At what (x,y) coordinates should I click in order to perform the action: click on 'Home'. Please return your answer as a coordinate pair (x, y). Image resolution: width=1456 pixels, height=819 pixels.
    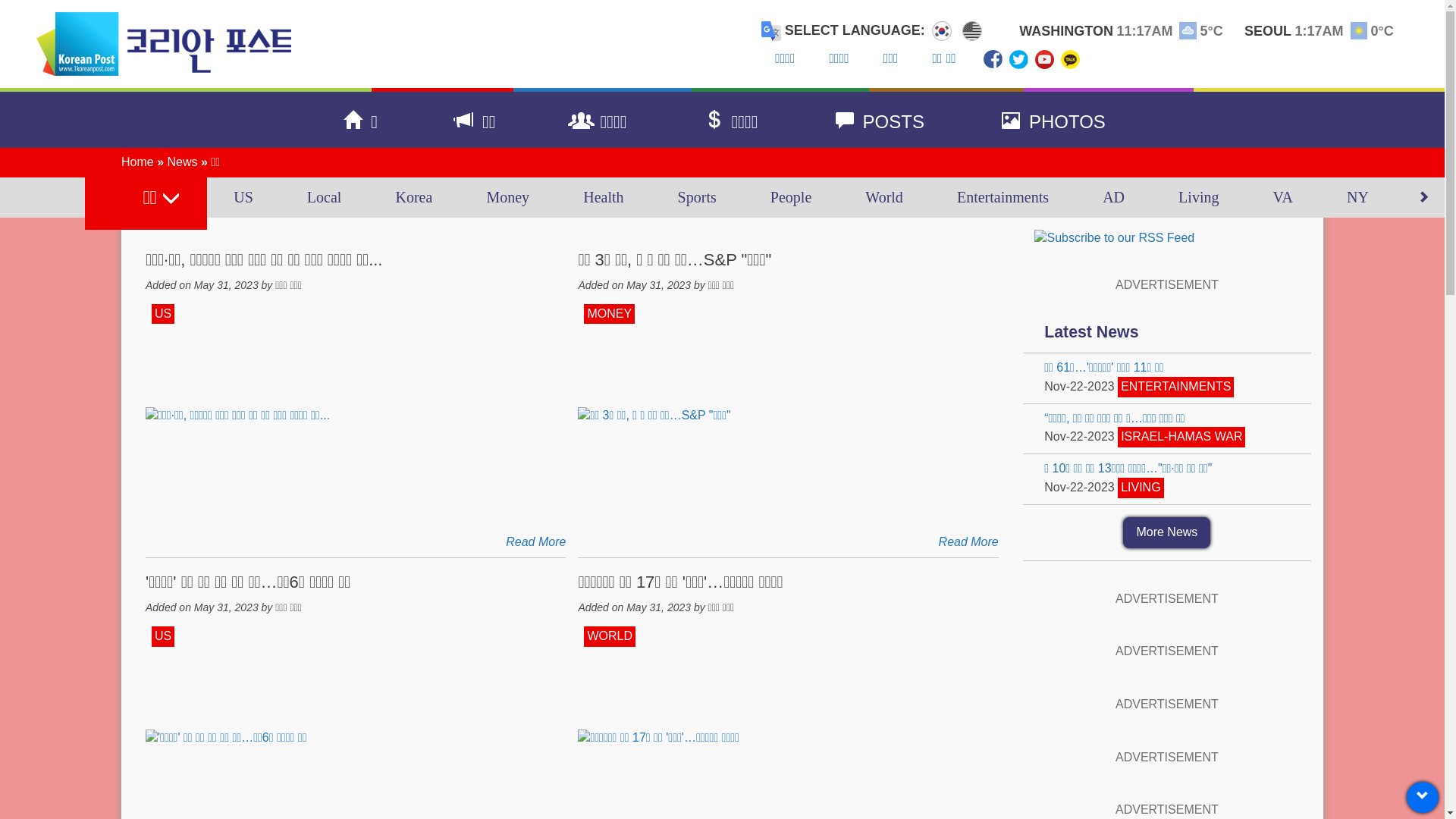
    Looking at the image, I should click on (137, 162).